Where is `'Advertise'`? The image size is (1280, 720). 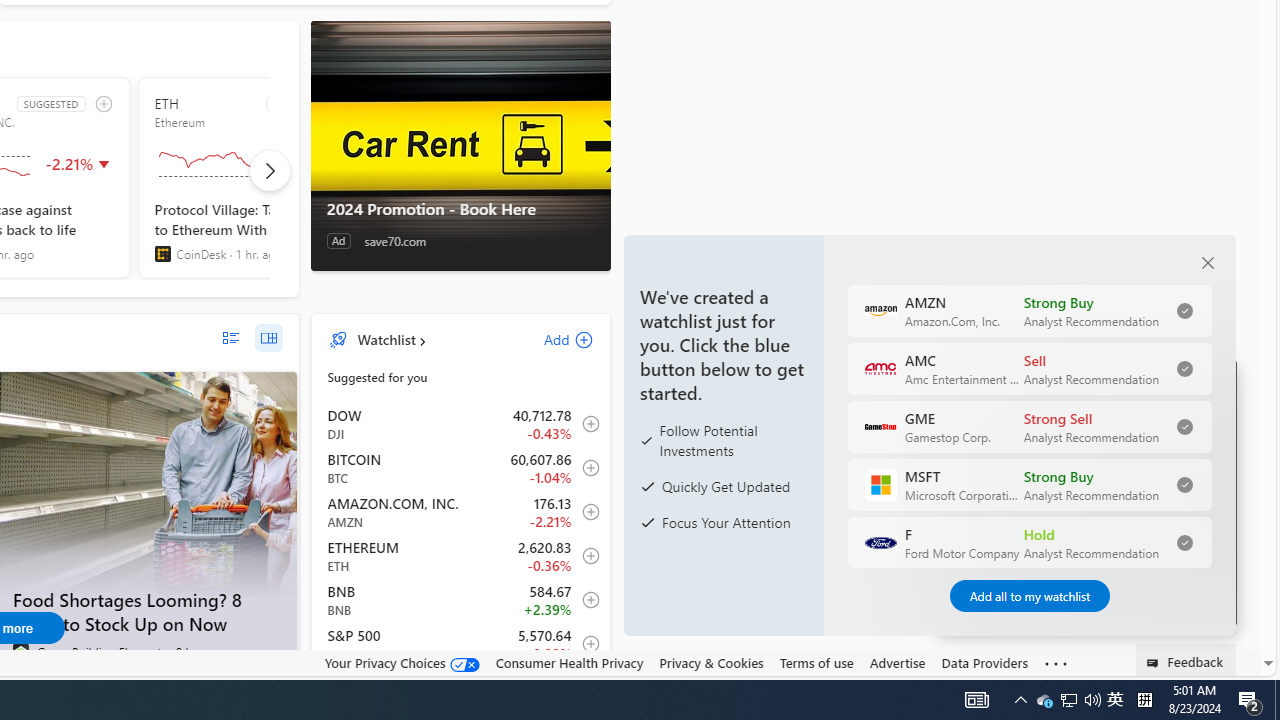 'Advertise' is located at coordinates (896, 663).